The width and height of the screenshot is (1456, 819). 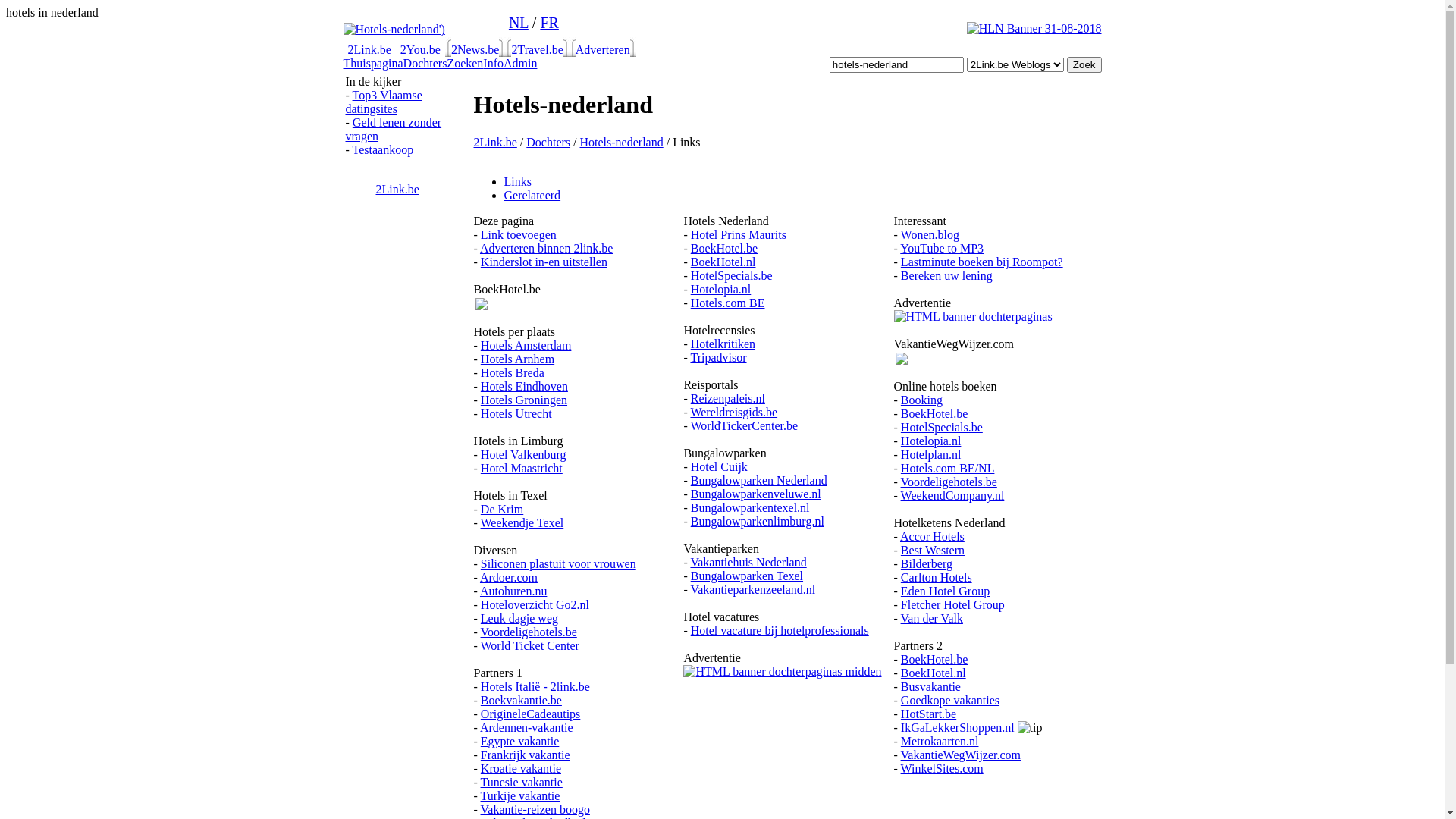 I want to click on 'Hotelopia.nl', so click(x=690, y=289).